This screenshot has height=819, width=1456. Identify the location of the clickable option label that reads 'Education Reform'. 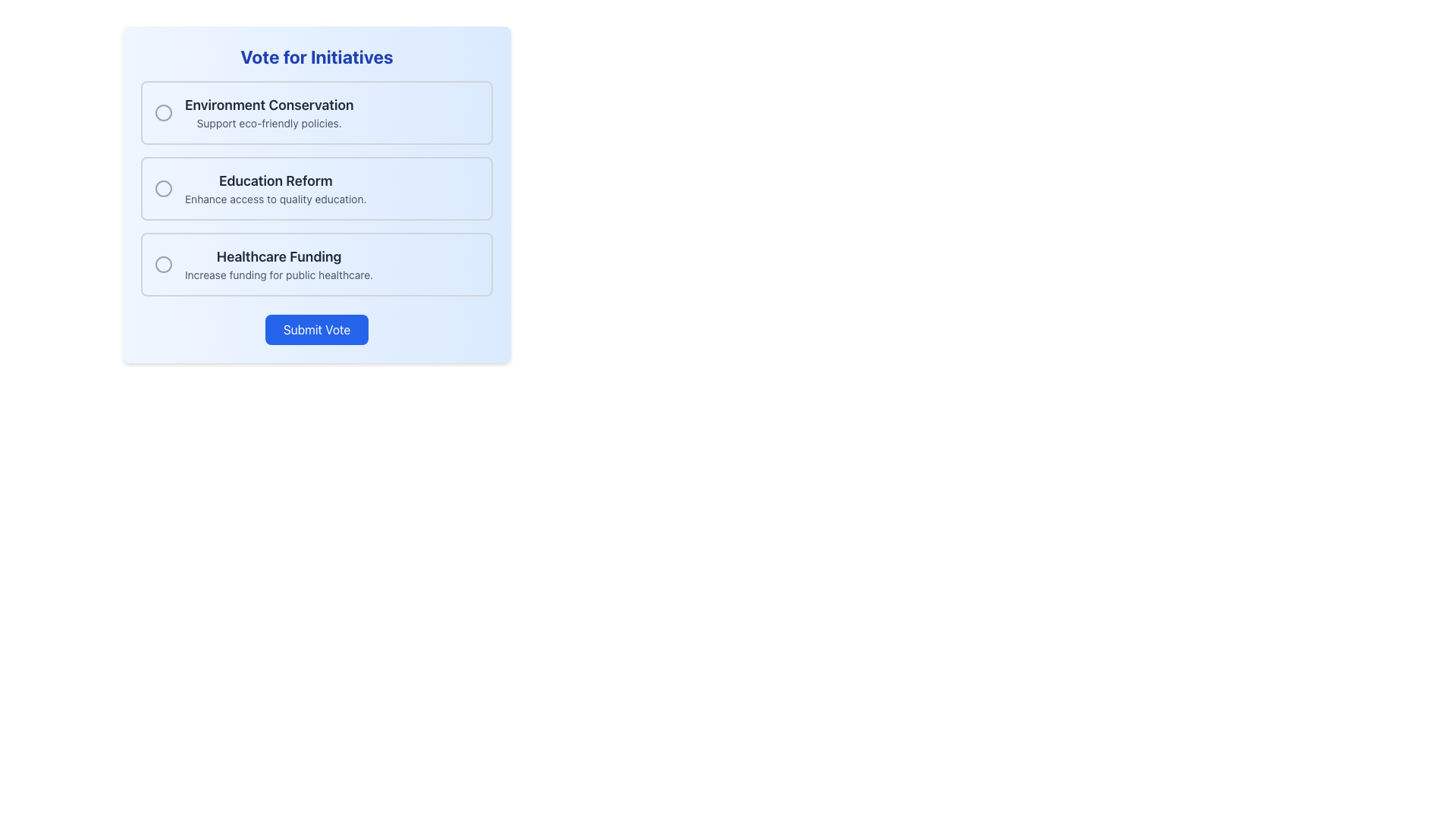
(275, 188).